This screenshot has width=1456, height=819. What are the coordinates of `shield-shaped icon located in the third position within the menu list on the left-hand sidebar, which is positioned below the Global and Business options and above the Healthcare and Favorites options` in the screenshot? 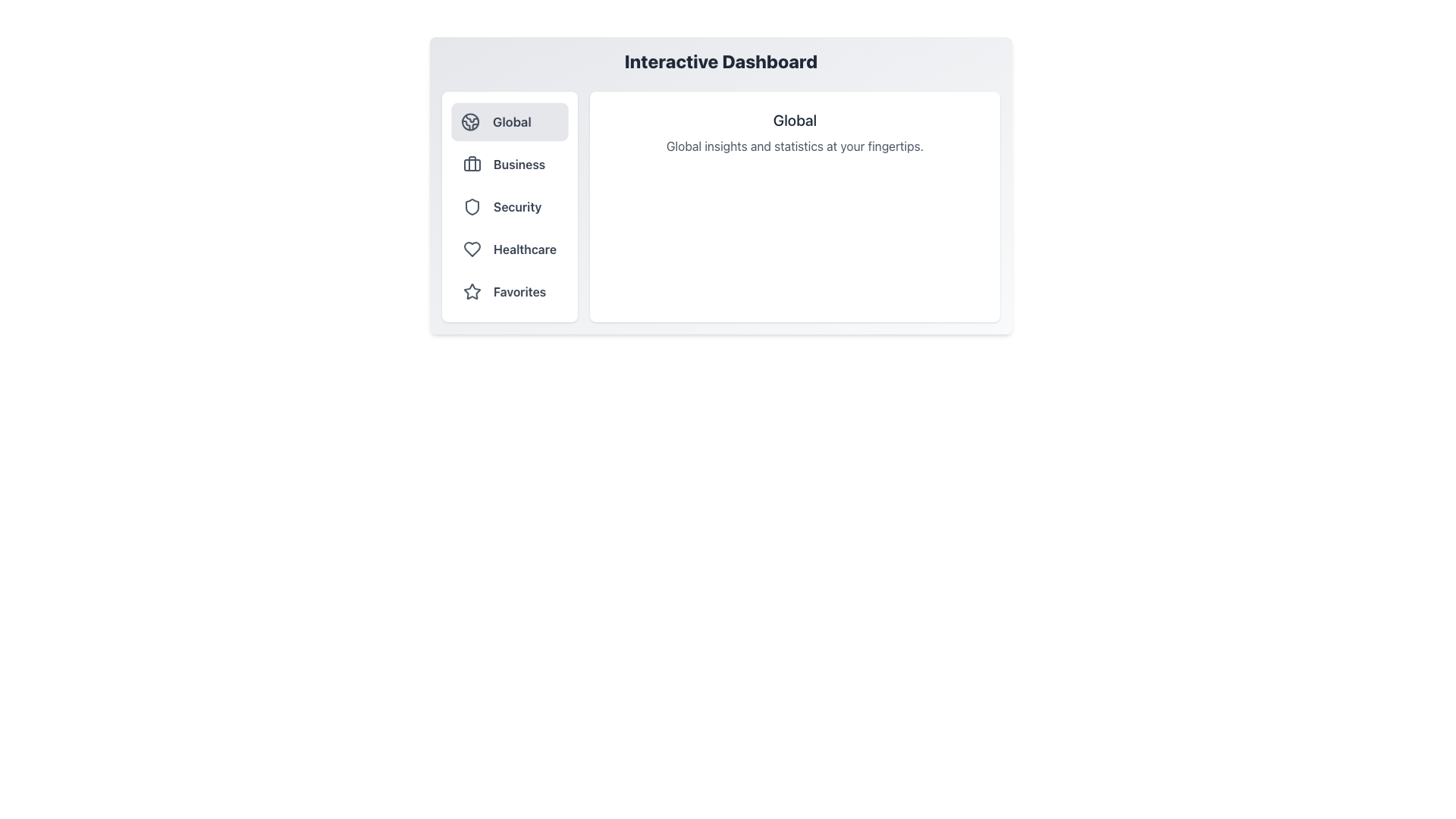 It's located at (472, 207).